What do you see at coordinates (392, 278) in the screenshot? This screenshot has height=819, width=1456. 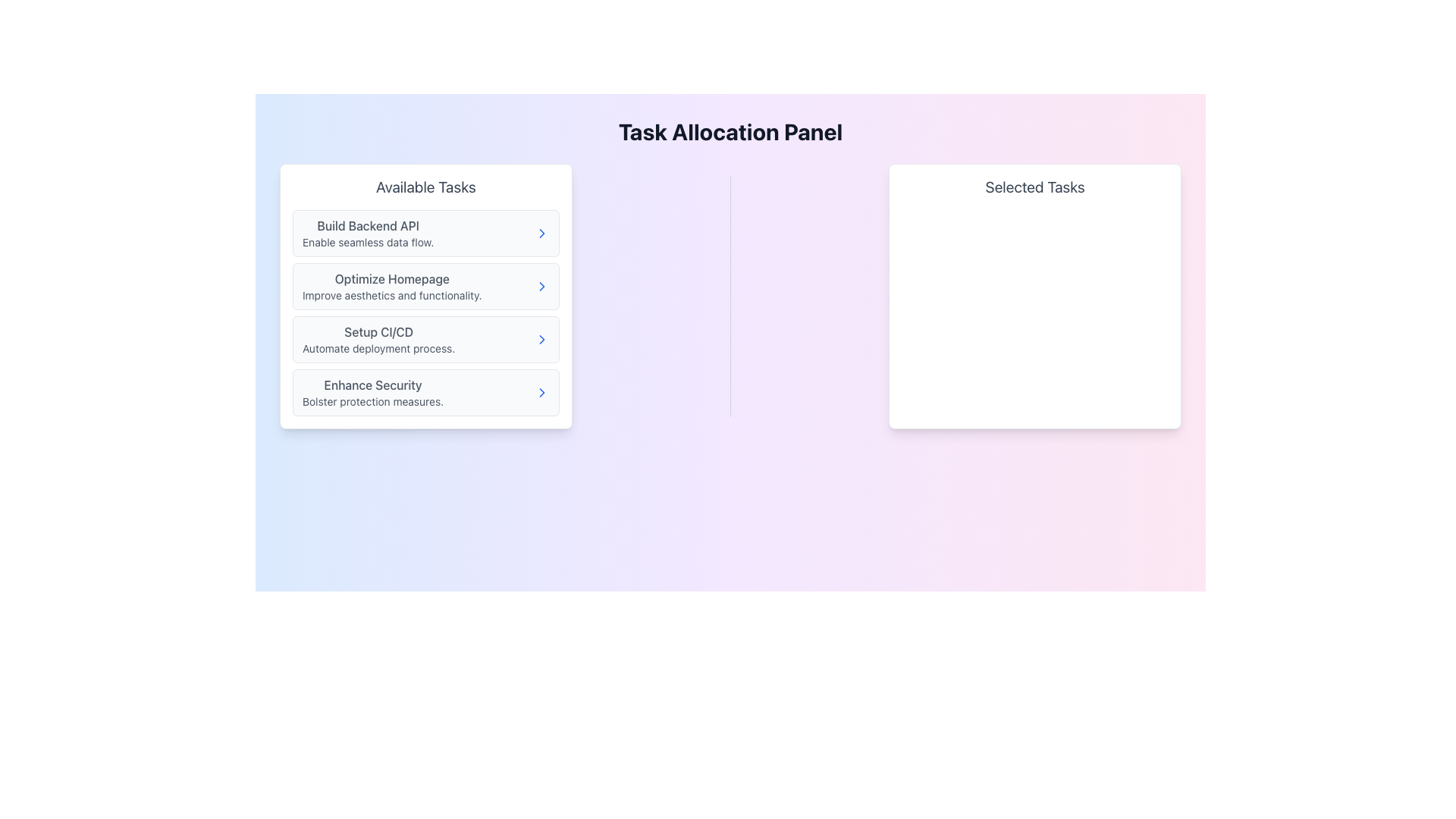 I see `the 'Optimize Homepage' text label, which is the first header in the 'Available Tasks' section, displayed in bold within a white rectangular card` at bounding box center [392, 278].